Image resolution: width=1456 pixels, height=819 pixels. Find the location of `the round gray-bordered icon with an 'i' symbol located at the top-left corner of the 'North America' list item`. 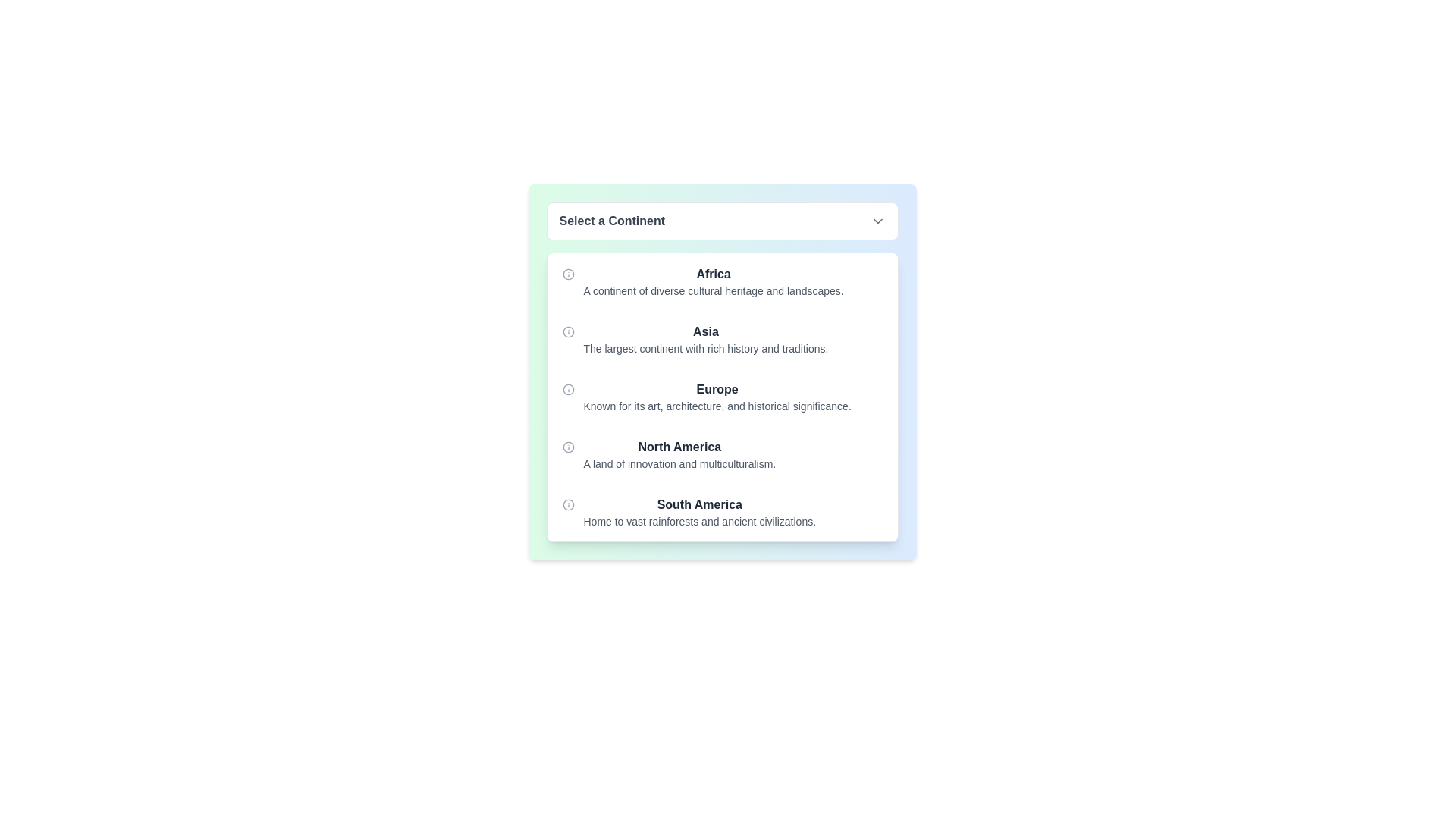

the round gray-bordered icon with an 'i' symbol located at the top-left corner of the 'North America' list item is located at coordinates (567, 447).